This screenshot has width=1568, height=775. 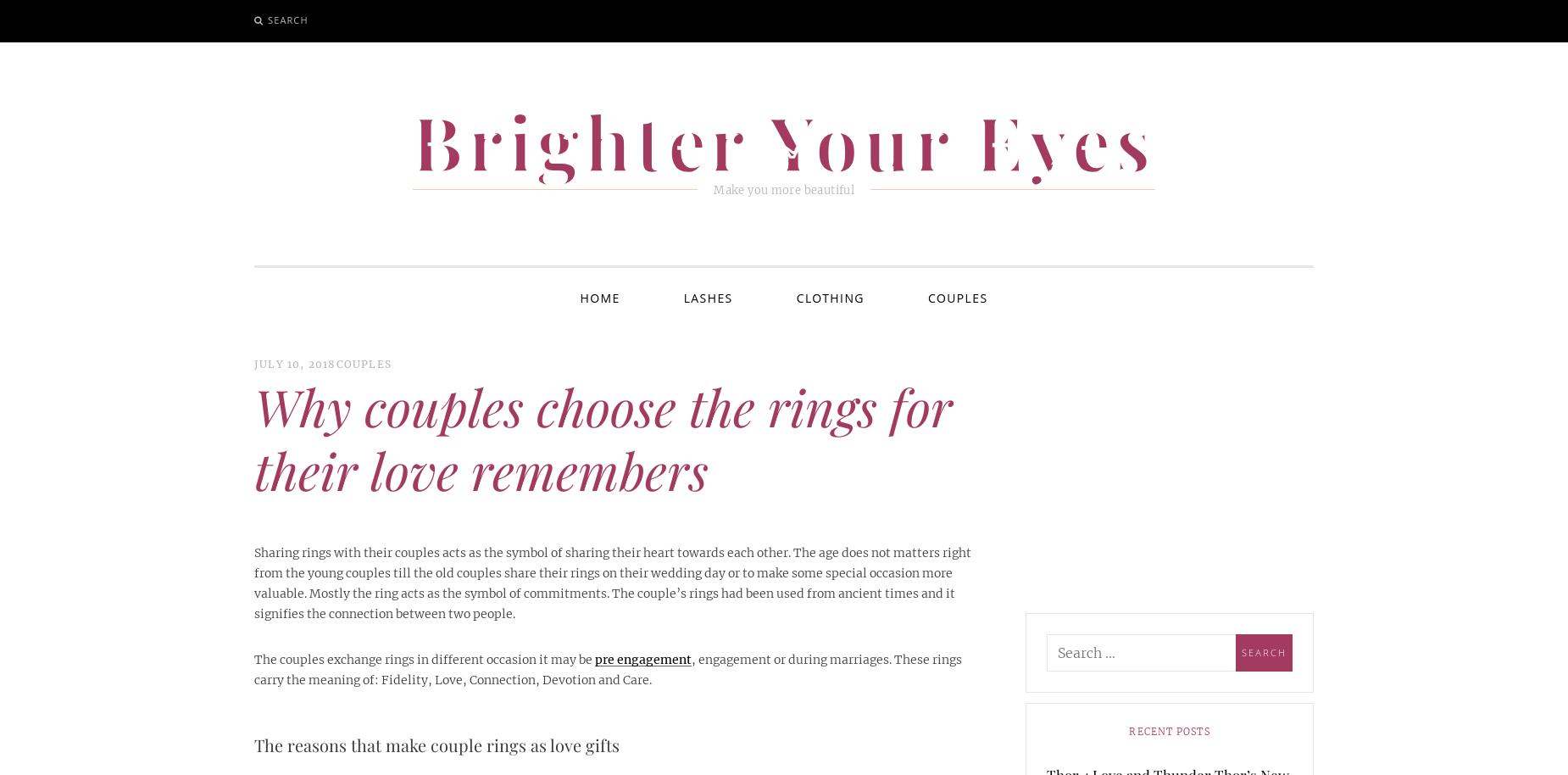 I want to click on 'Clothing', so click(x=829, y=296).